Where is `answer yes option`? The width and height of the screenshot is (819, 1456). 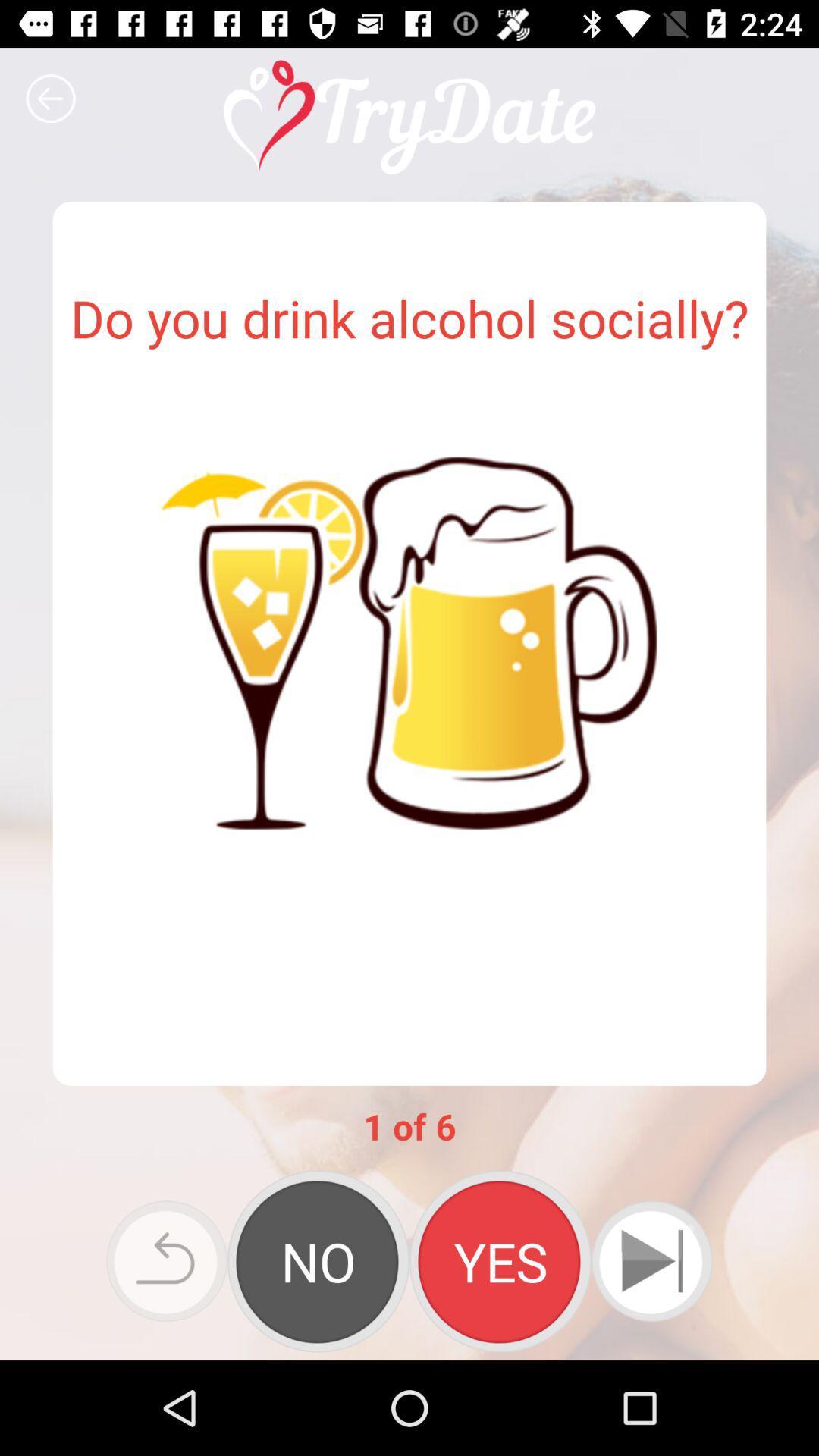 answer yes option is located at coordinates (500, 1261).